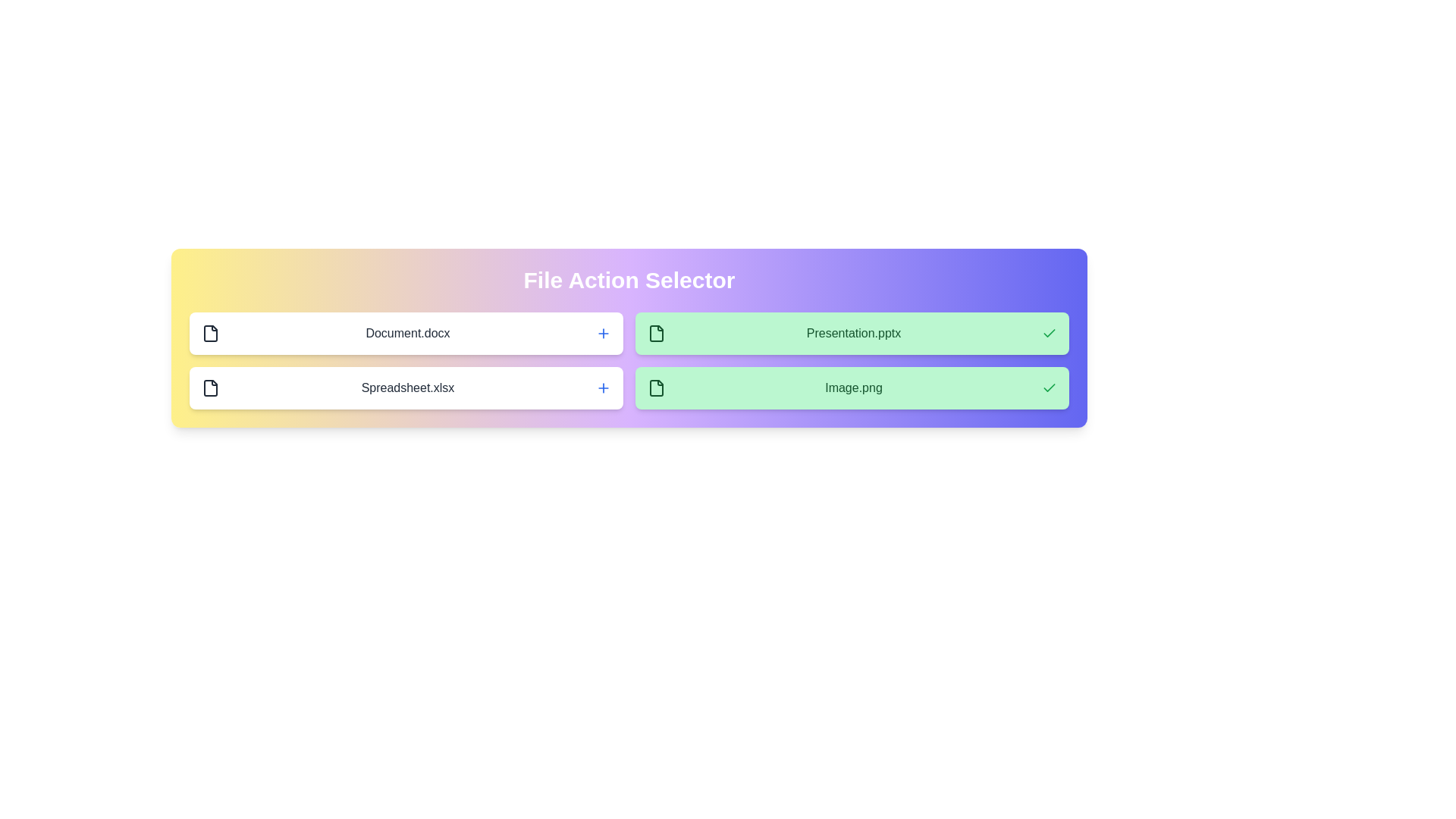 The height and width of the screenshot is (819, 1456). Describe the element at coordinates (852, 332) in the screenshot. I see `the file Presentation.pptx by clicking on its row` at that location.